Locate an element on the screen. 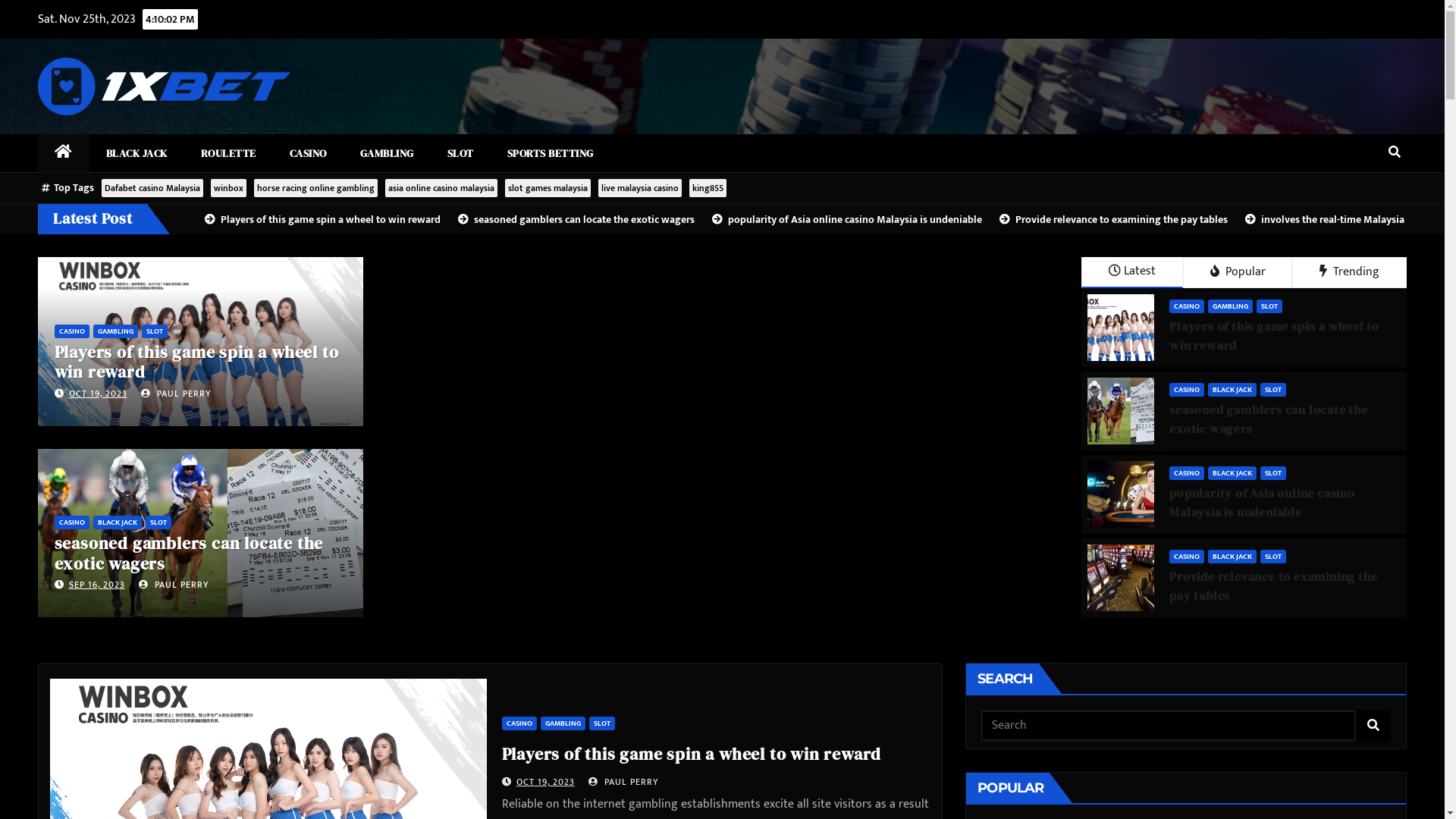 Image resolution: width=1456 pixels, height=819 pixels. 'Players of this game spin a wheel to win reward' is located at coordinates (315, 219).